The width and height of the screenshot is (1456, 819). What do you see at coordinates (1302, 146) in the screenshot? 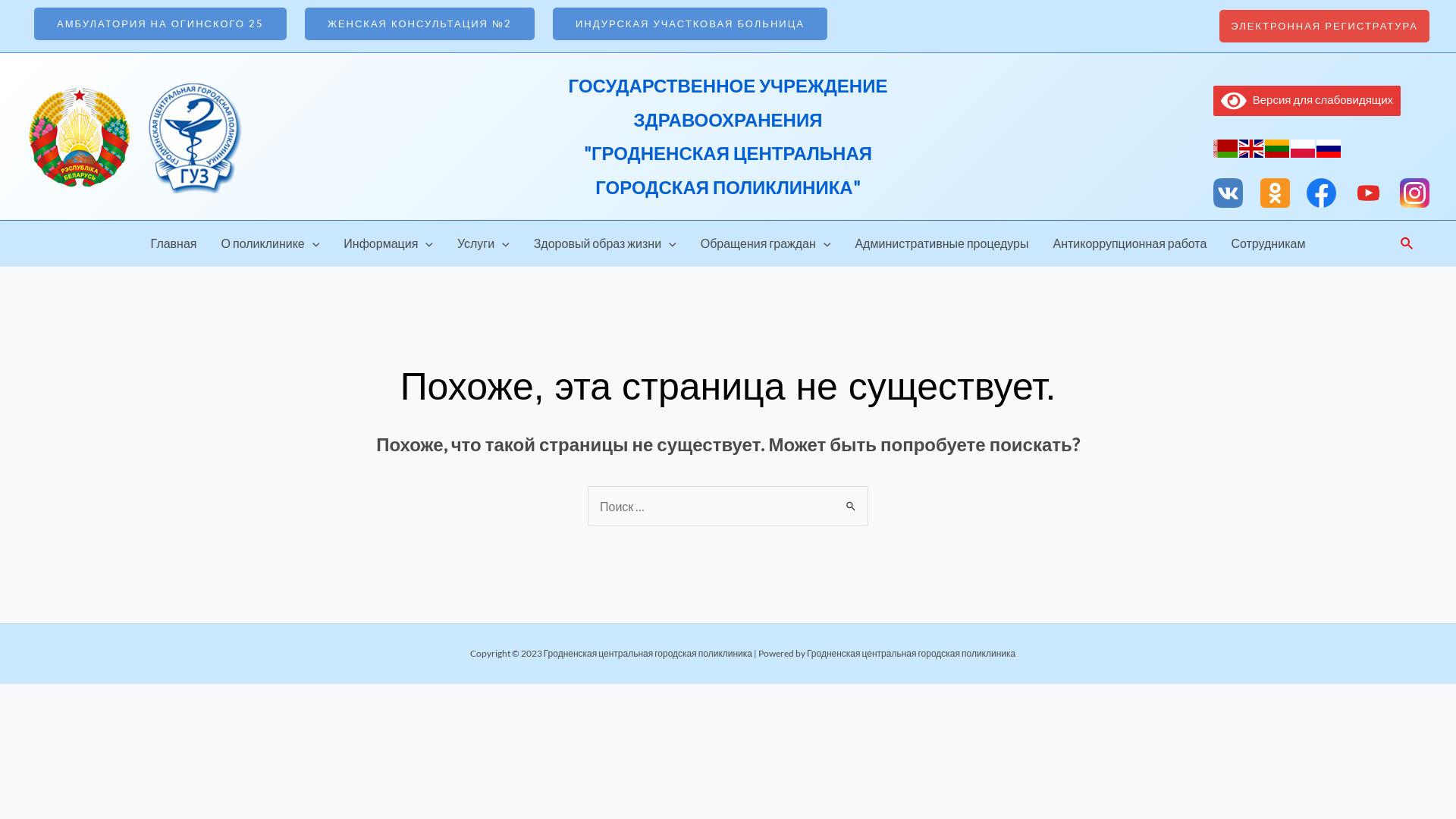
I see `'Polish'` at bounding box center [1302, 146].